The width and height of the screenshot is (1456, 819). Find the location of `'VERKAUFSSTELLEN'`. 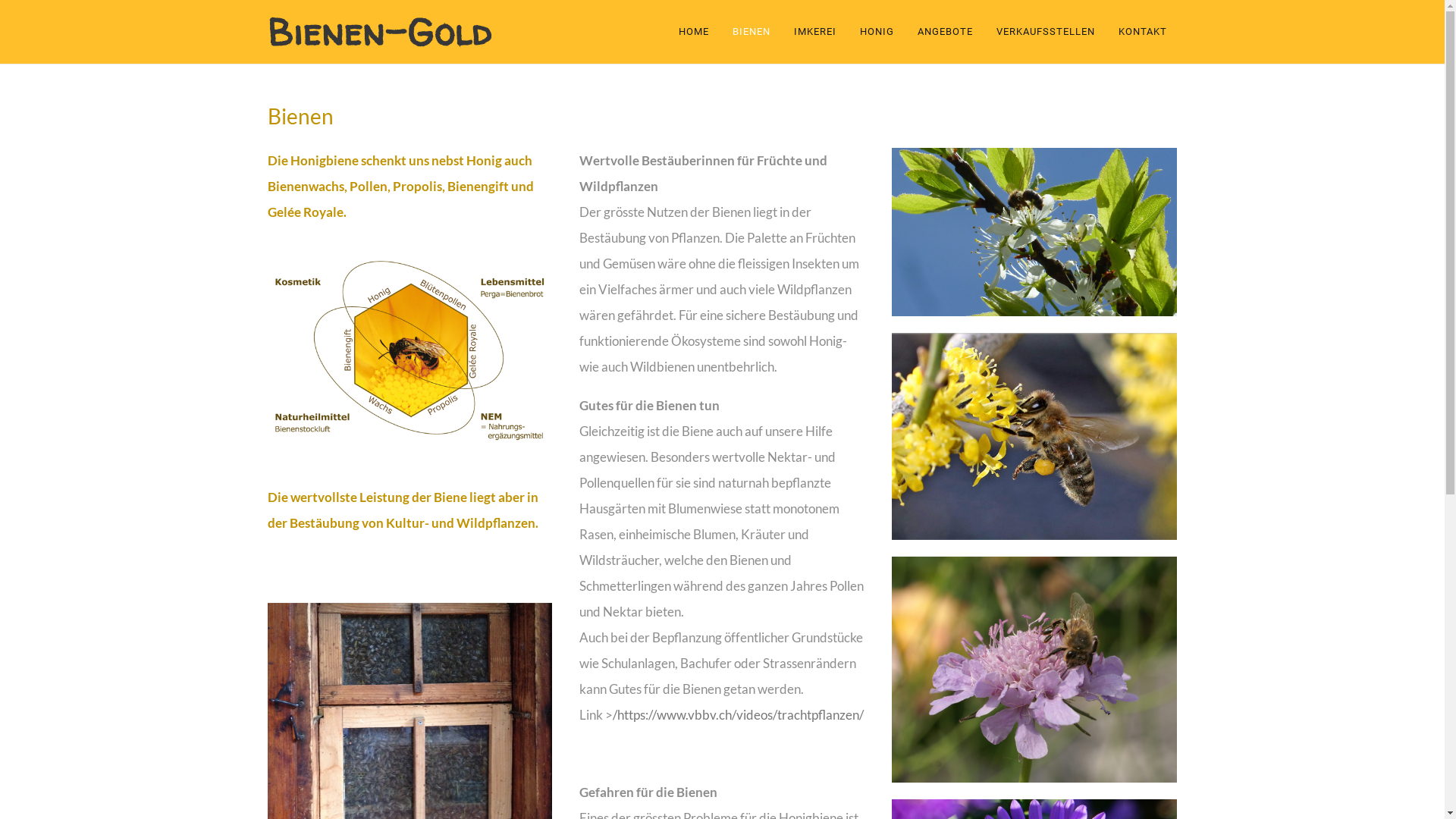

'VERKAUFSSTELLEN' is located at coordinates (986, 32).